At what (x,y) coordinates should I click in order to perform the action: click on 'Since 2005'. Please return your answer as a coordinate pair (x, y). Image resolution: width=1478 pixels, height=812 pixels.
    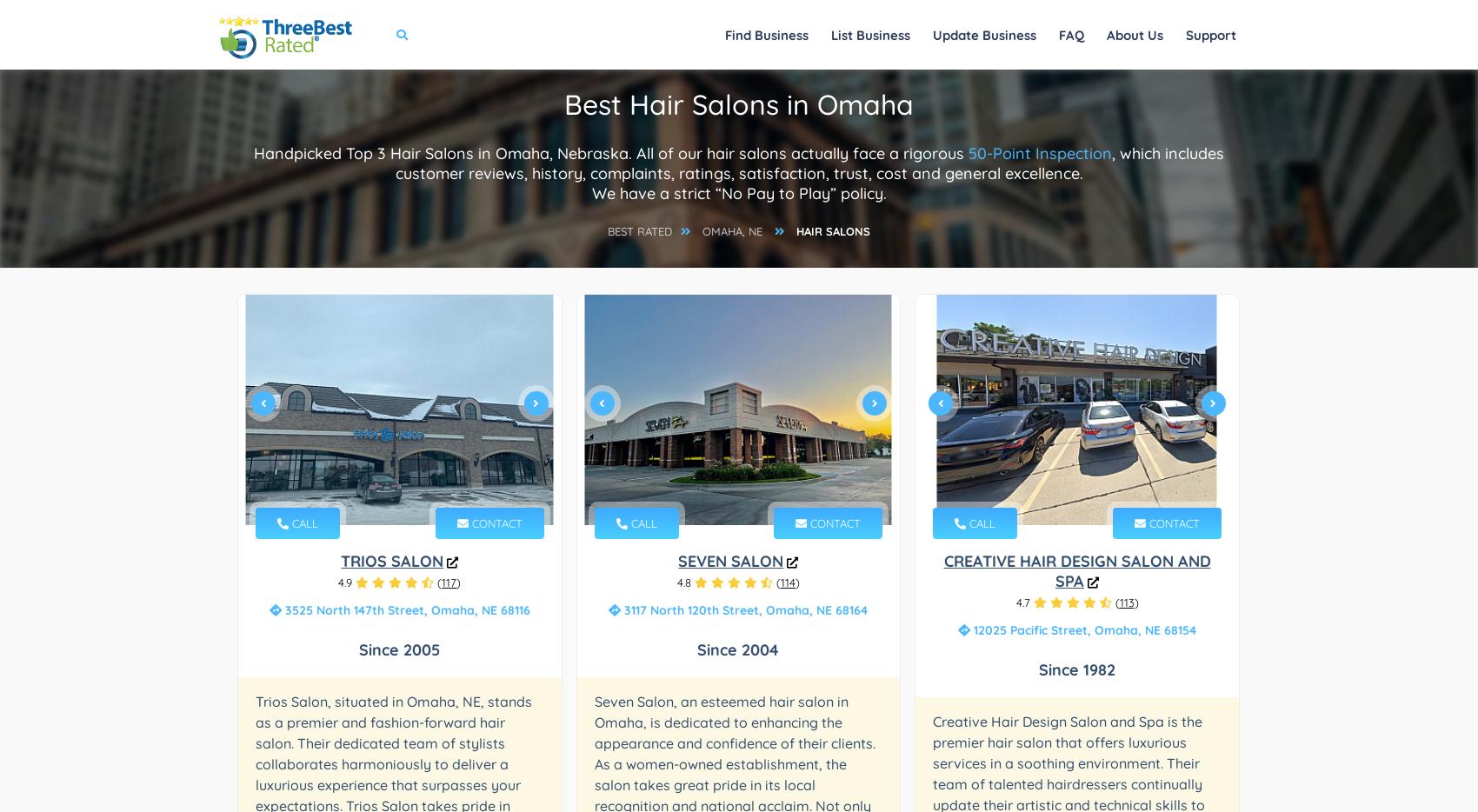
    Looking at the image, I should click on (399, 649).